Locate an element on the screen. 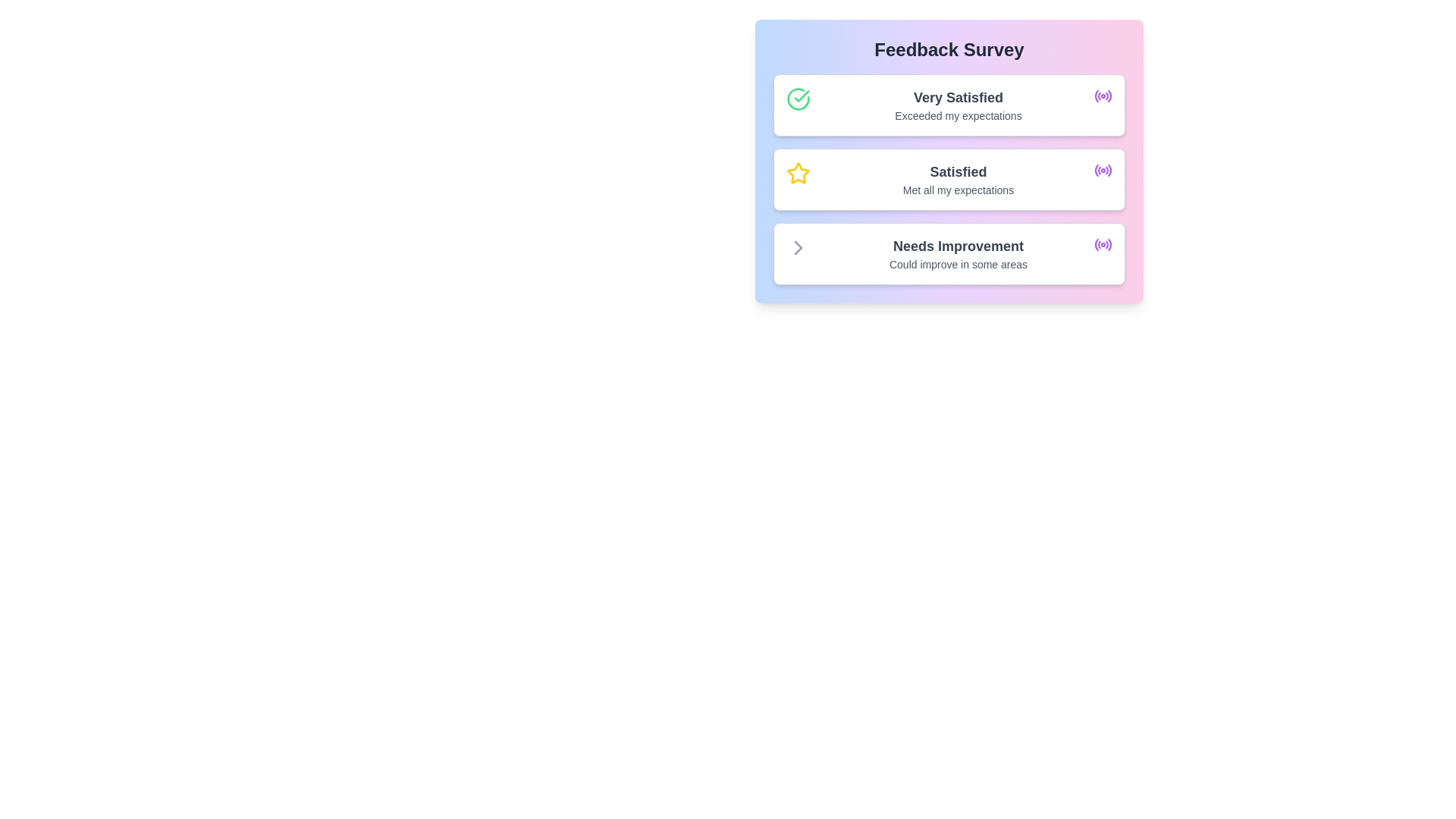 Image resolution: width=1456 pixels, height=819 pixels. the decorative purple icon resembling a radio-like waveform symbol located to the right of the 'Satisfied' list item in the survey interface is located at coordinates (1103, 170).